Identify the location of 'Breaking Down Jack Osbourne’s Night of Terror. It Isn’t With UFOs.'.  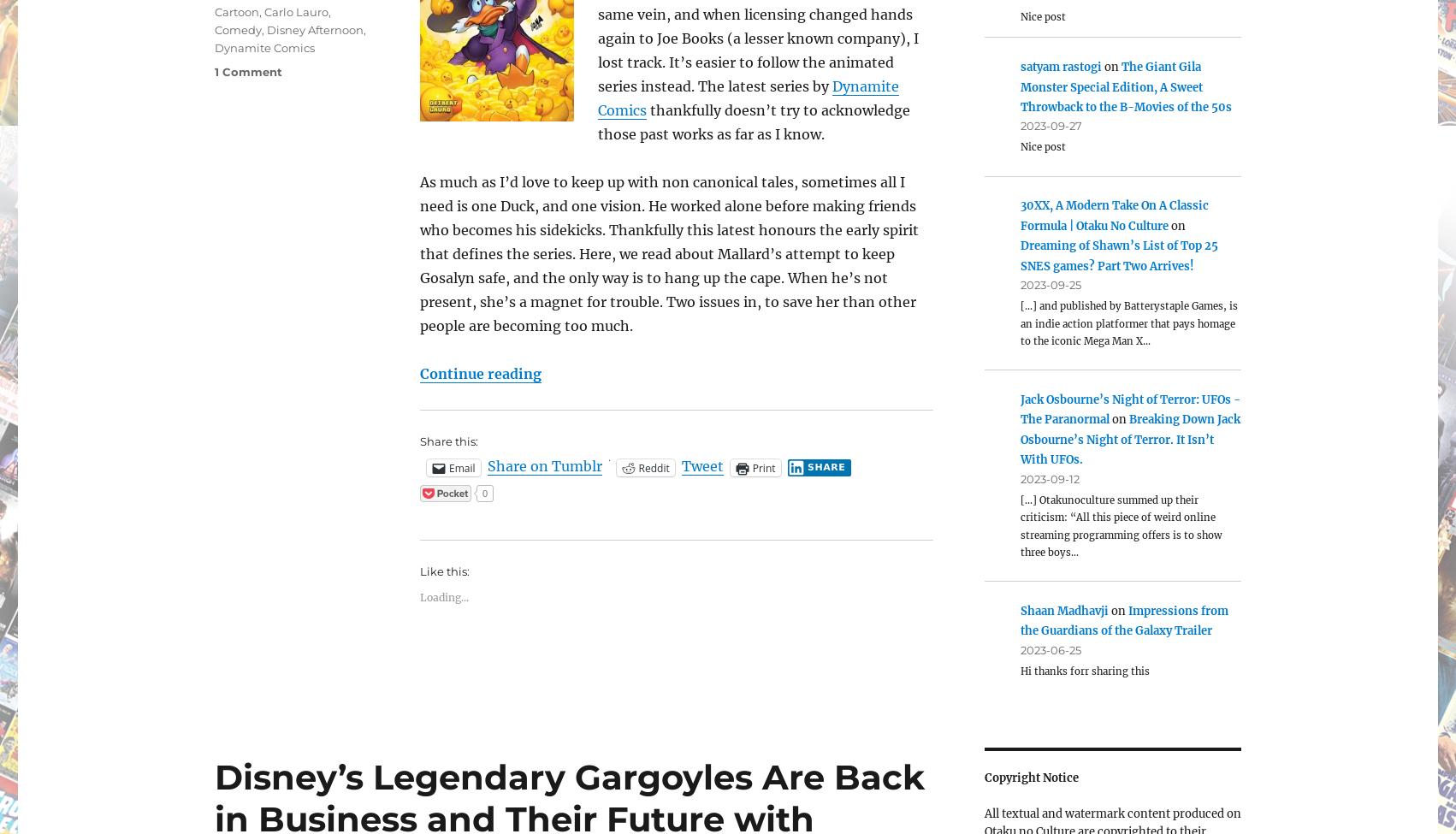
(1020, 439).